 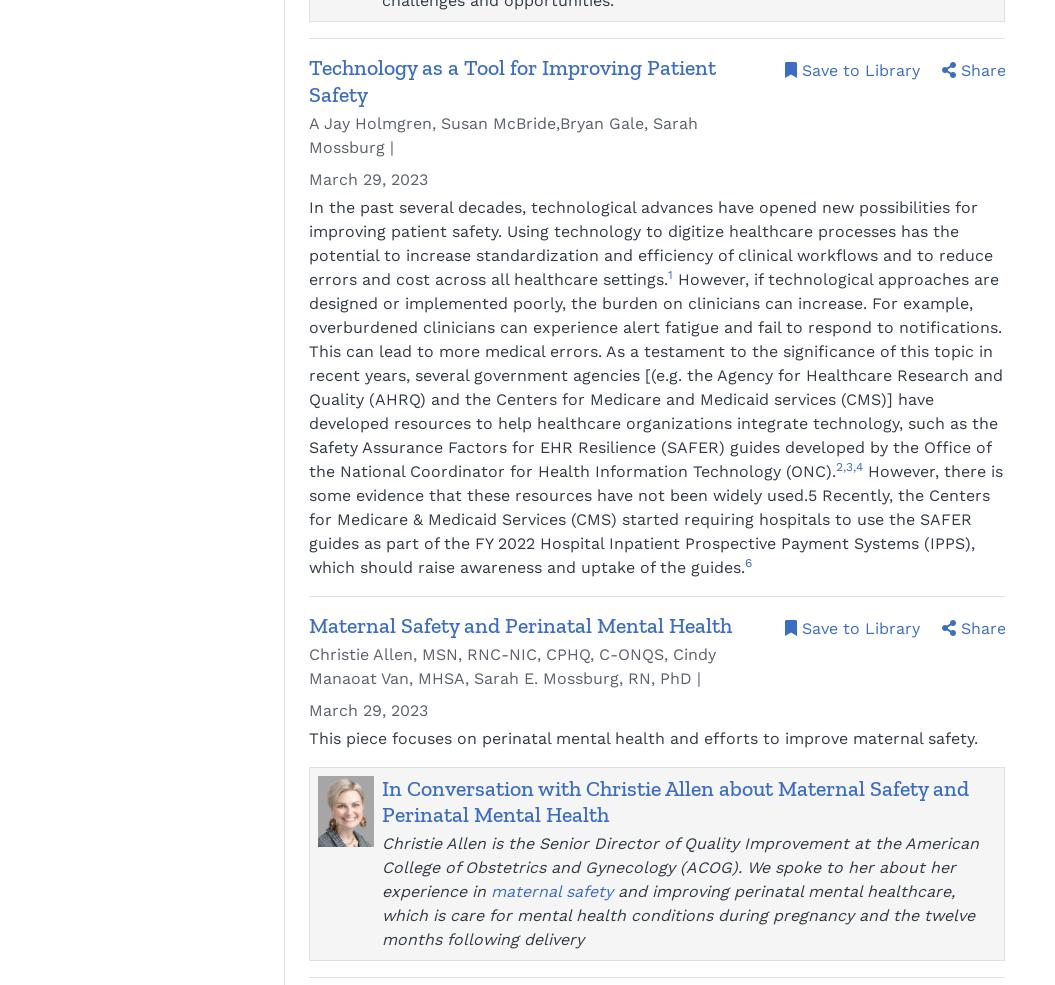 I want to click on 'Christie Allen, MSN, RNC-NIC, CPHQ, C-ONQS, Cindy Manaoat Van, MHSA, Sarah E. Mossburg, RN, PhD
 |', so click(x=308, y=664).